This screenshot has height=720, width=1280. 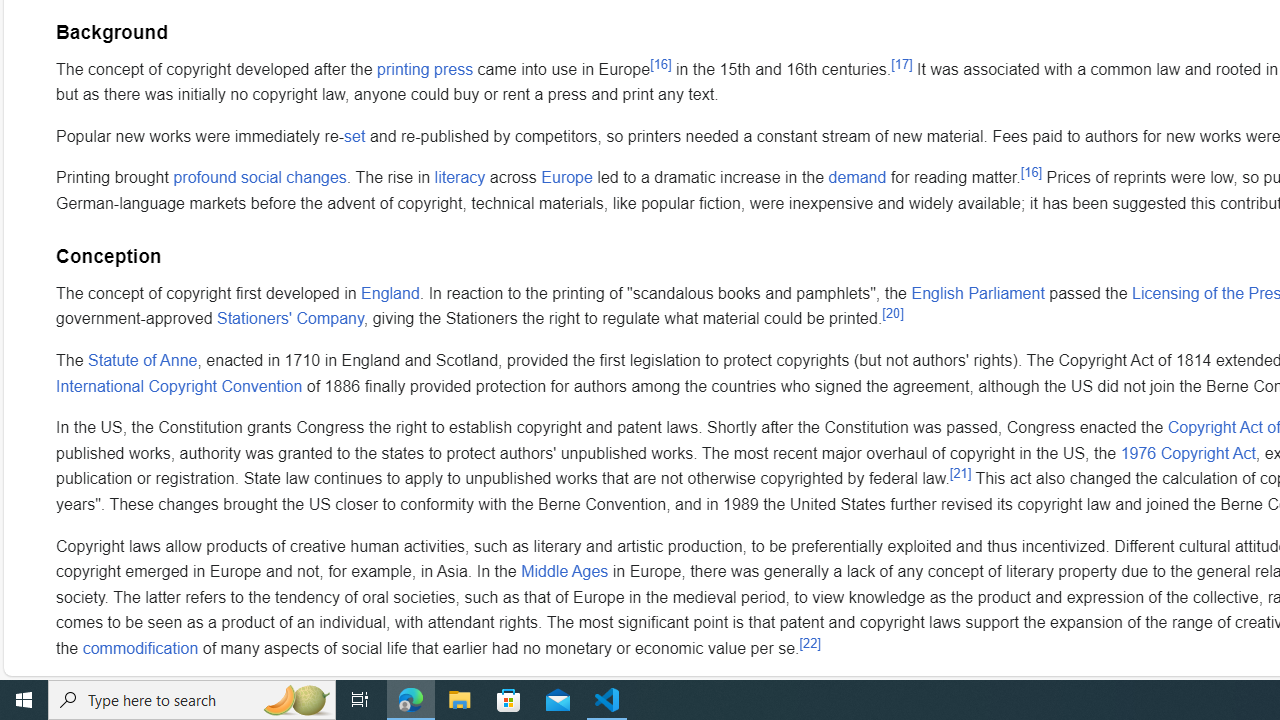 I want to click on 'printing press', so click(x=424, y=67).